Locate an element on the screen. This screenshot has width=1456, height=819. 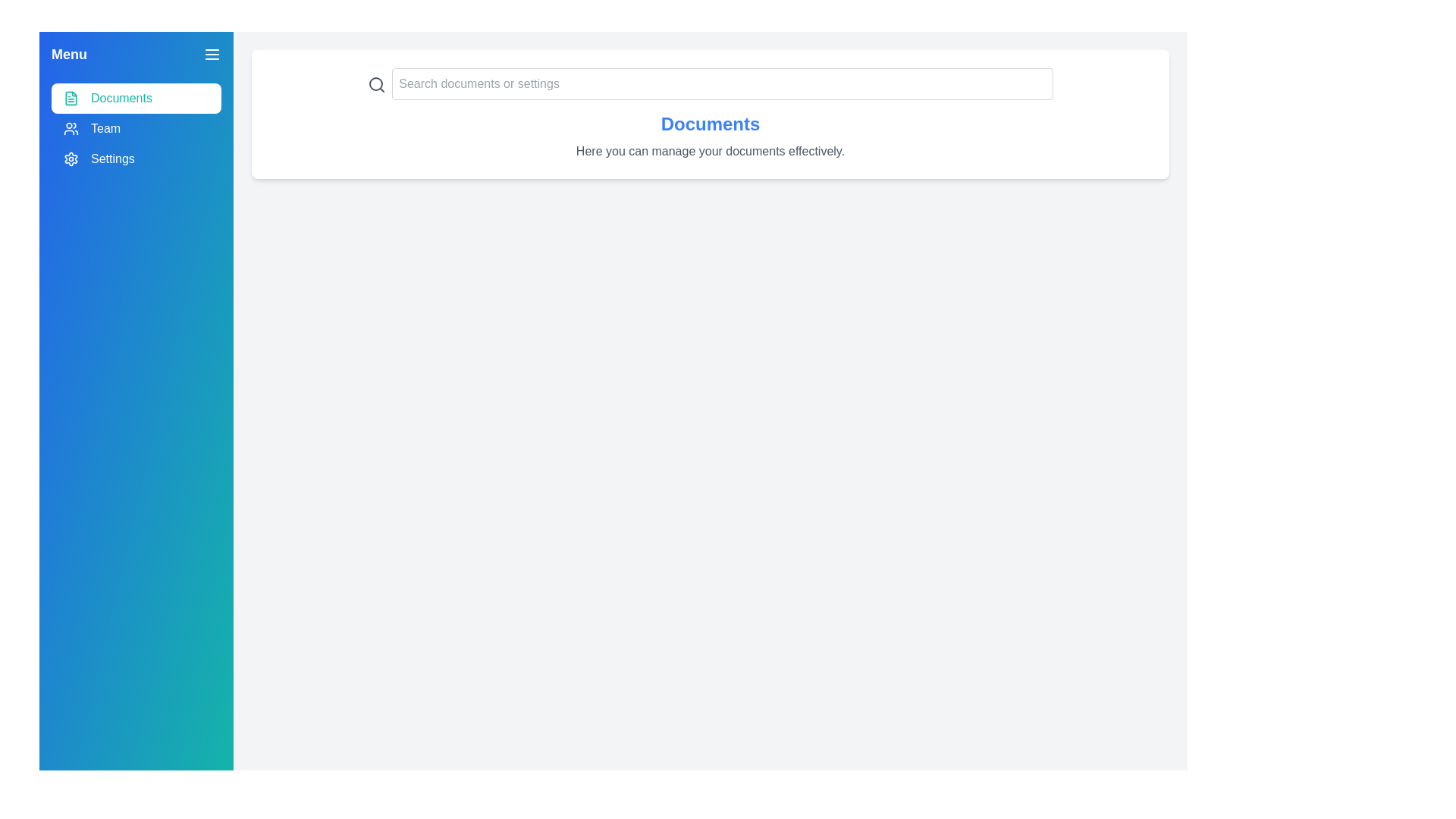
the section Documents from the menu is located at coordinates (136, 99).